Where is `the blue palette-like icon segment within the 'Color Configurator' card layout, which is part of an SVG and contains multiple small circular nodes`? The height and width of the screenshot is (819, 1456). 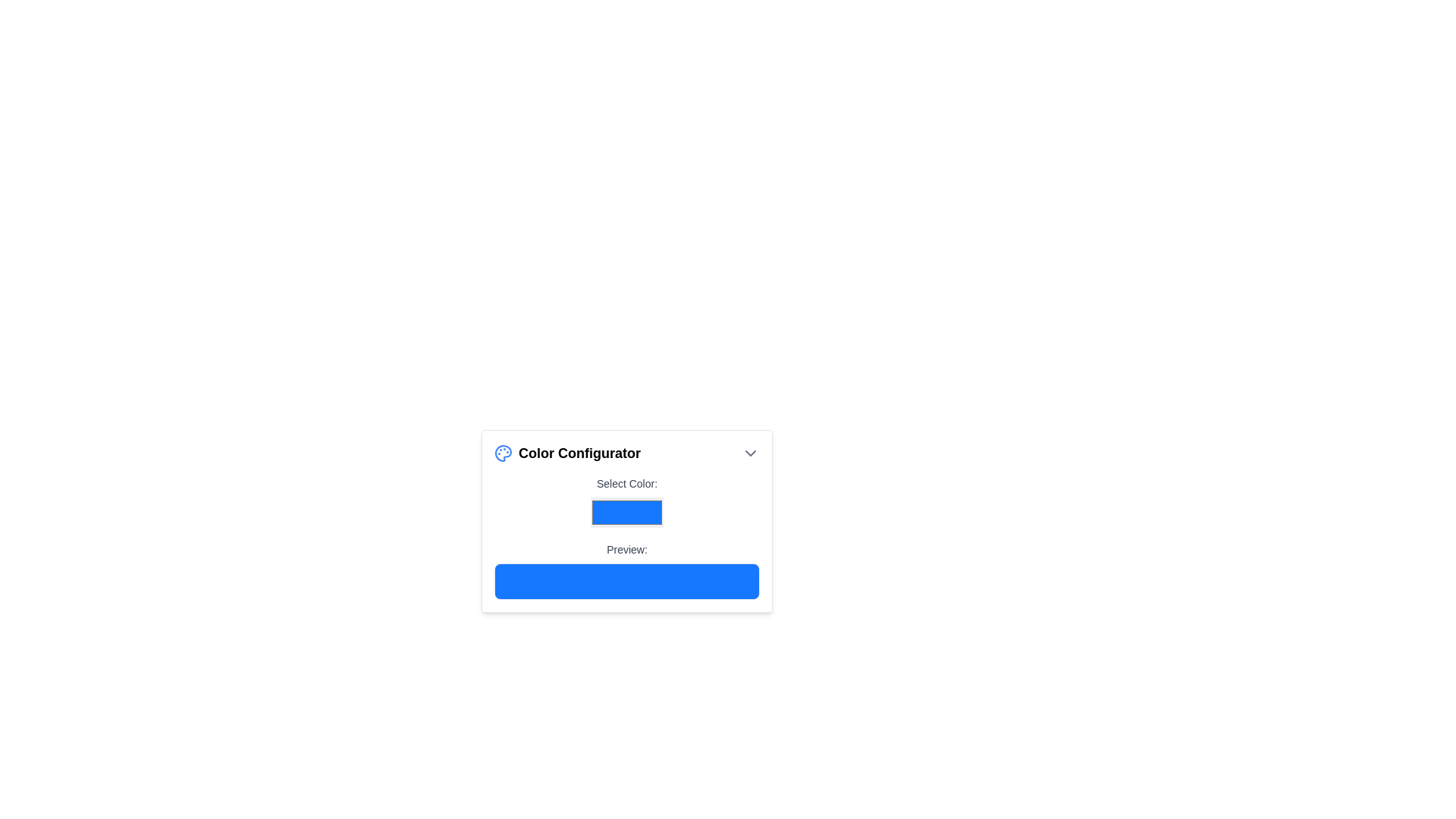
the blue palette-like icon segment within the 'Color Configurator' card layout, which is part of an SVG and contains multiple small circular nodes is located at coordinates (503, 452).